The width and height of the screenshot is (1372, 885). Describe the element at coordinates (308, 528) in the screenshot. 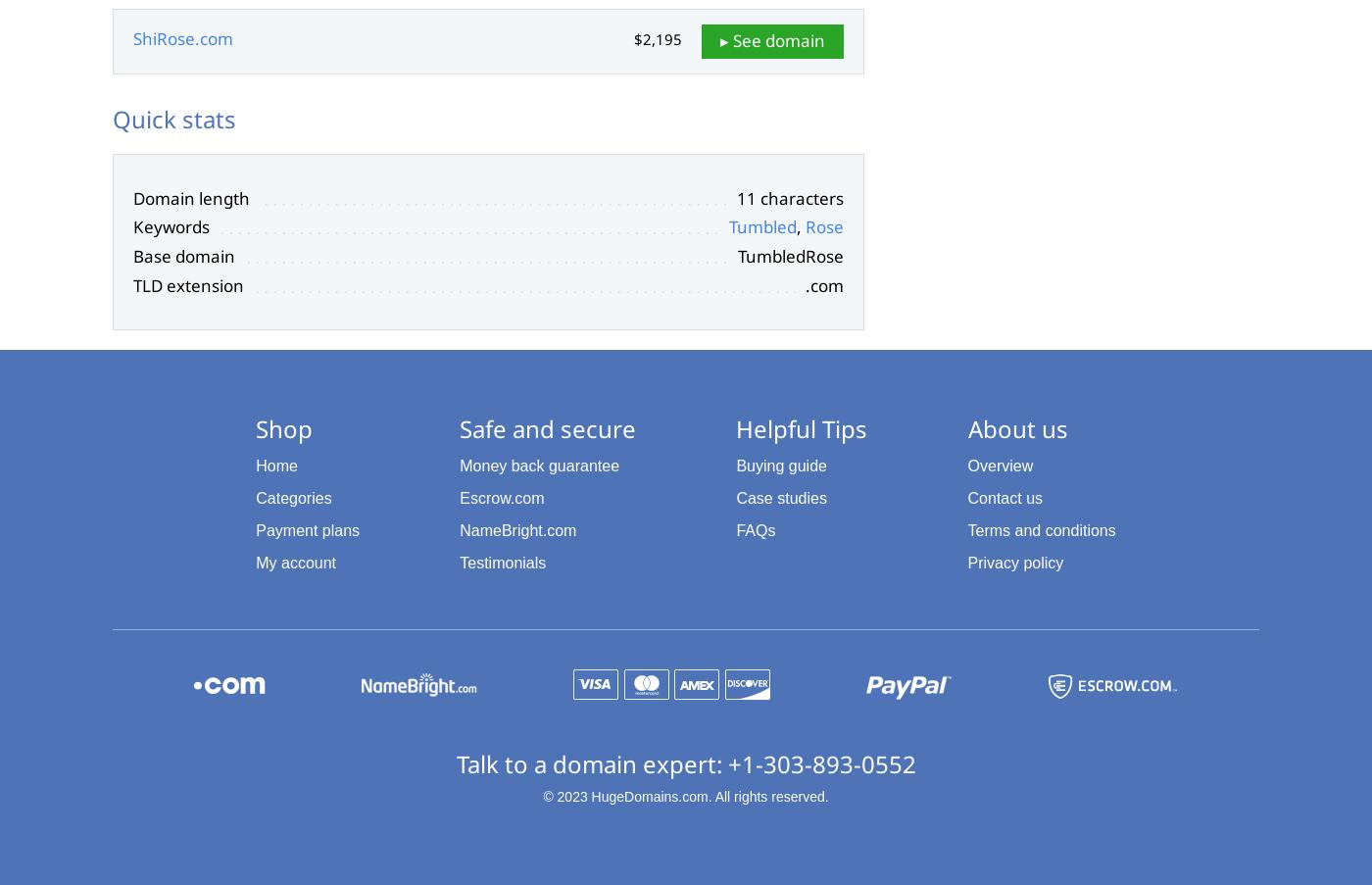

I see `'Payment plans'` at that location.